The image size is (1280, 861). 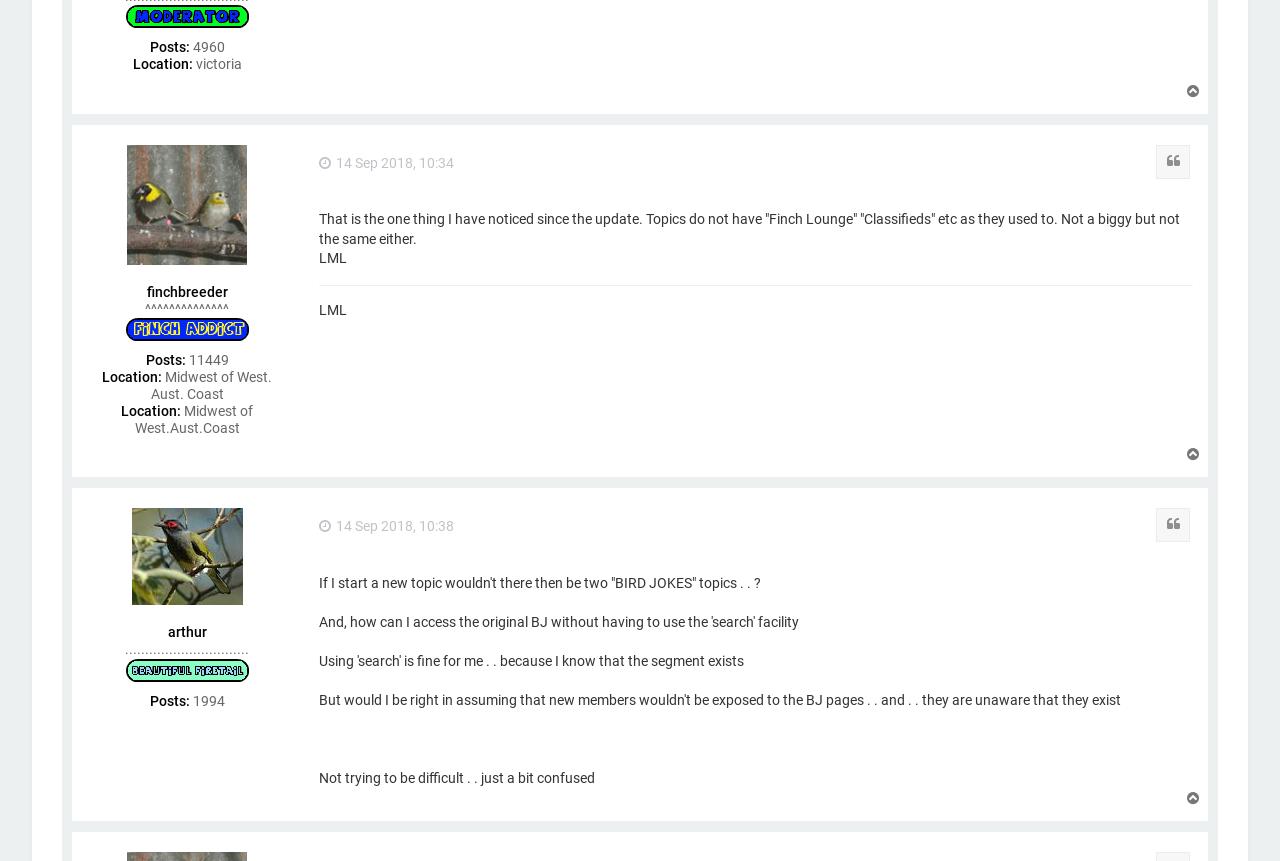 What do you see at coordinates (395, 162) in the screenshot?
I see `'14 Sep 2018, 10:34'` at bounding box center [395, 162].